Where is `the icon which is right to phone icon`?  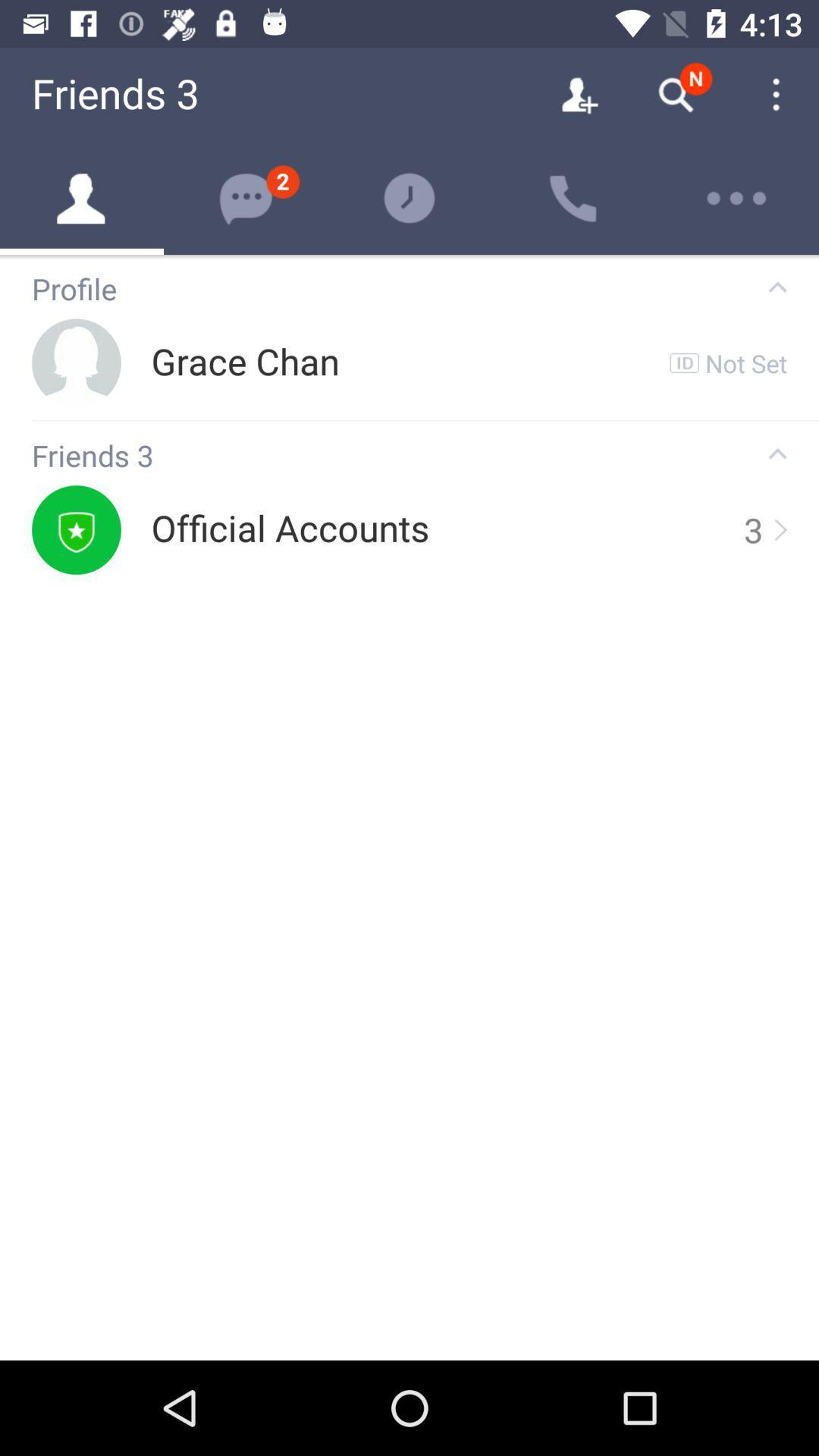 the icon which is right to phone icon is located at coordinates (736, 198).